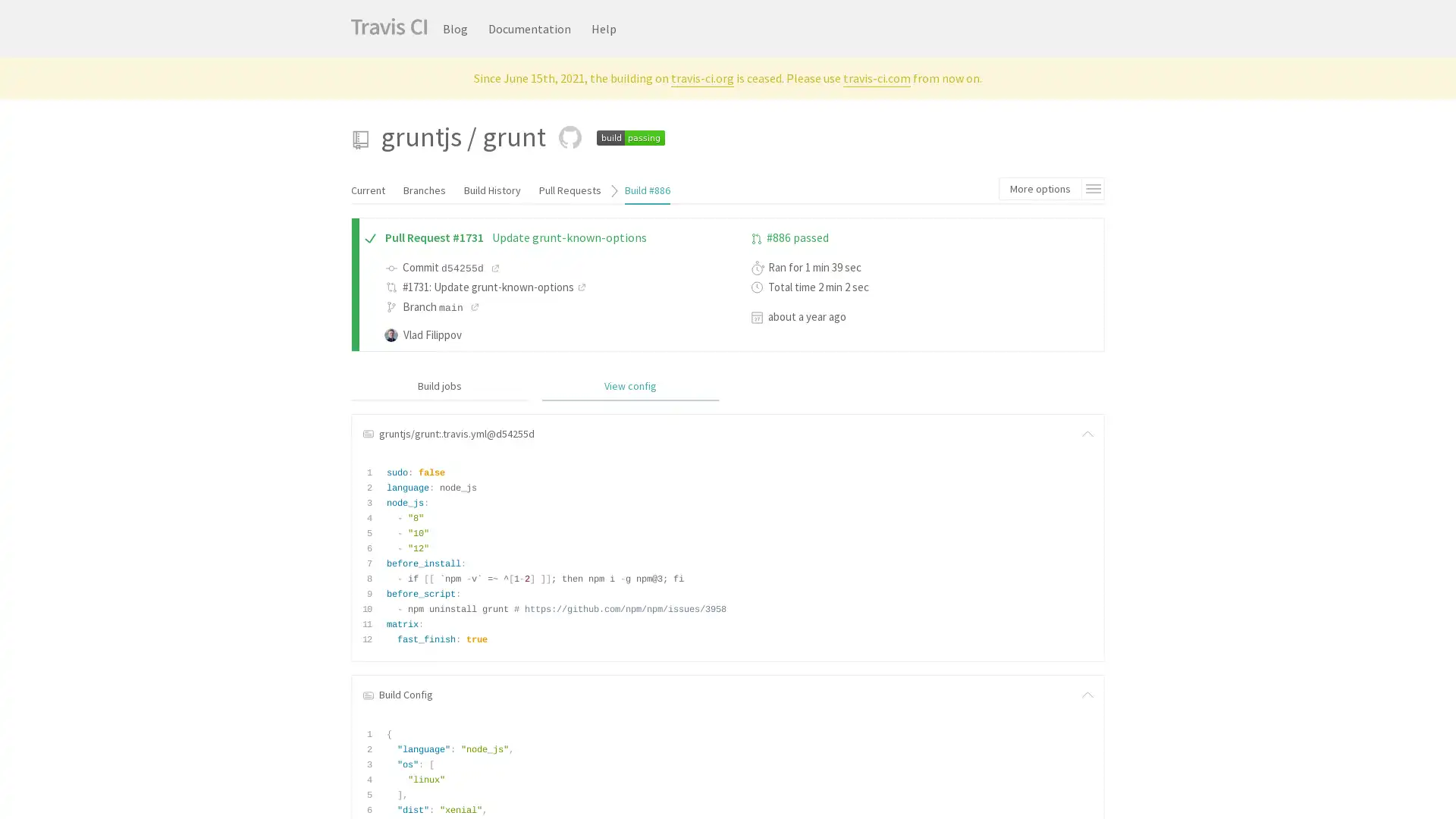 This screenshot has height=819, width=1456. What do you see at coordinates (1051, 187) in the screenshot?
I see `More options` at bounding box center [1051, 187].